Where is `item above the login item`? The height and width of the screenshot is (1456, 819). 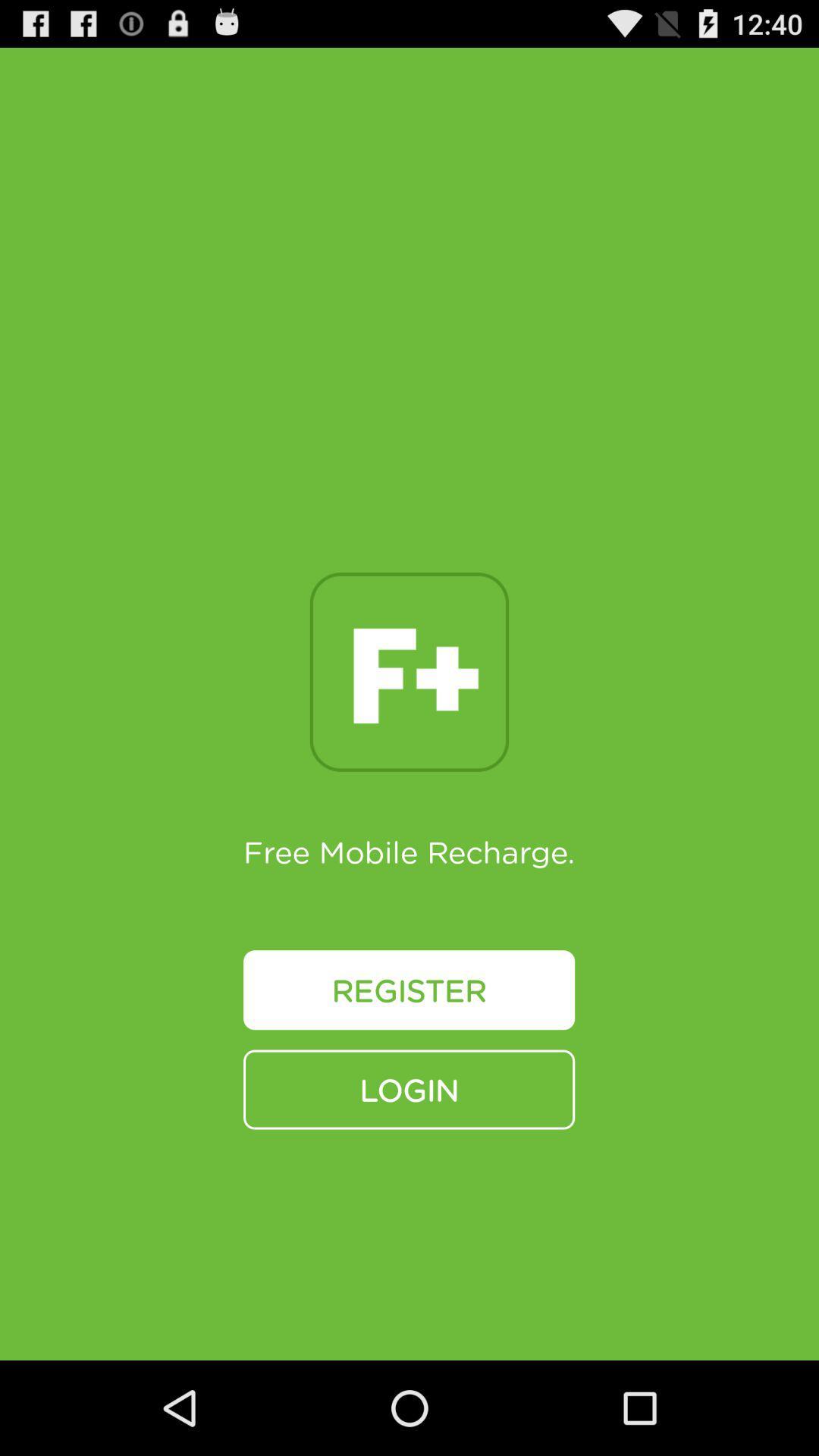
item above the login item is located at coordinates (408, 990).